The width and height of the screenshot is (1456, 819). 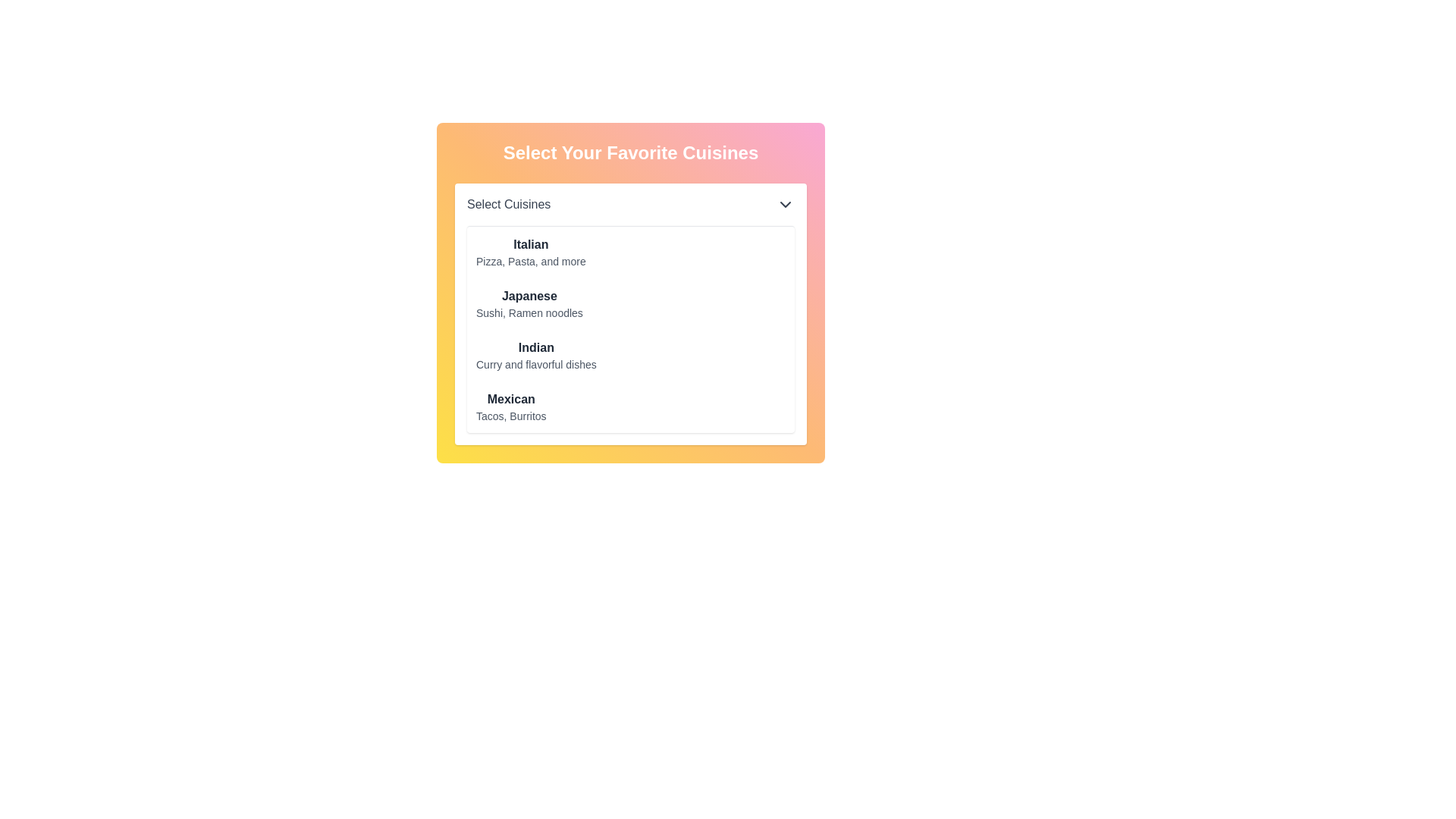 What do you see at coordinates (531, 244) in the screenshot?
I see `text of the bold label 'Italian' located in the dropdown menu under the 'Select Cuisines' section, which is the first item in the list` at bounding box center [531, 244].